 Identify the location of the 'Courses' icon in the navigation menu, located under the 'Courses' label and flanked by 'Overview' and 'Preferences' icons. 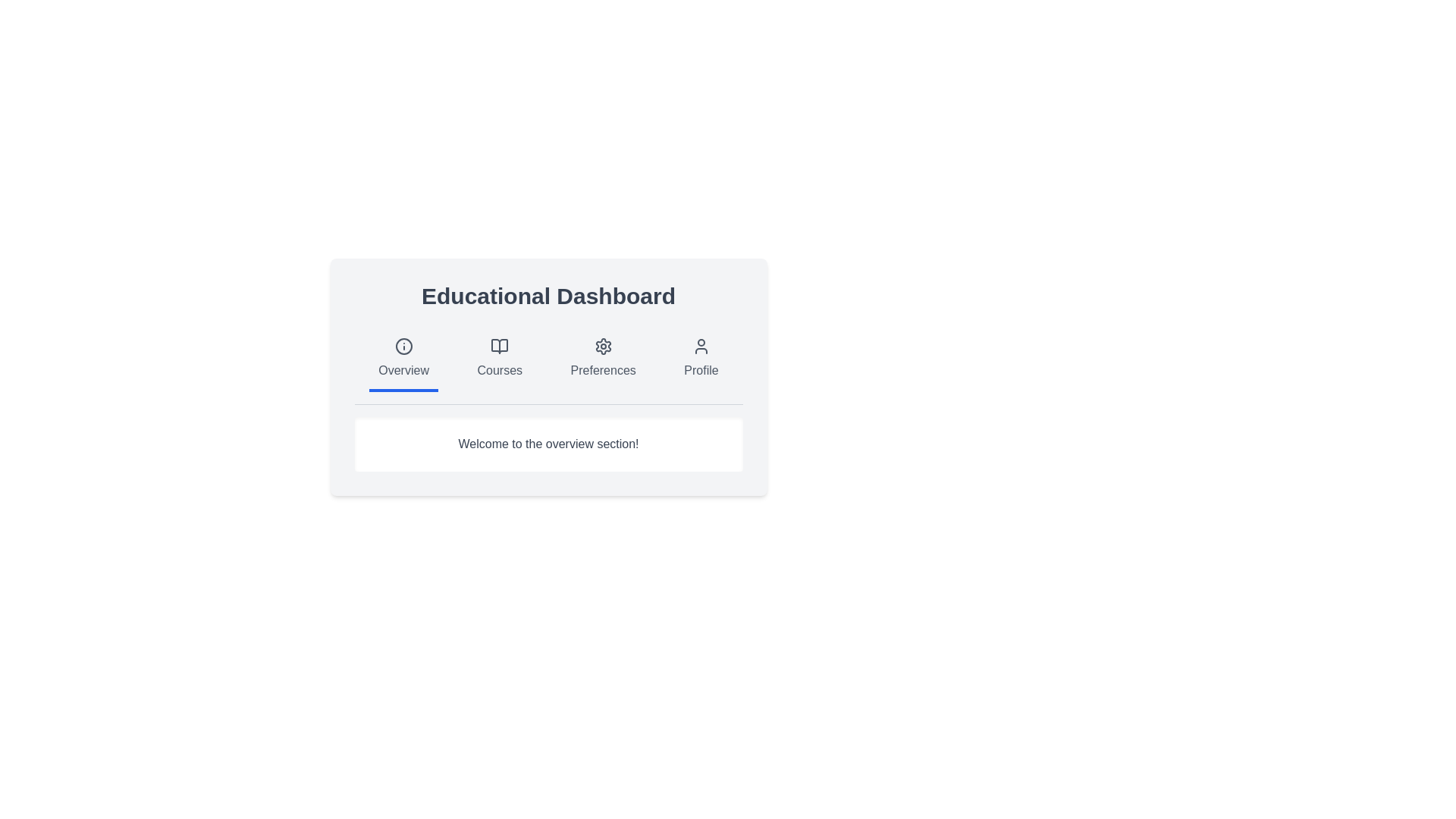
(500, 346).